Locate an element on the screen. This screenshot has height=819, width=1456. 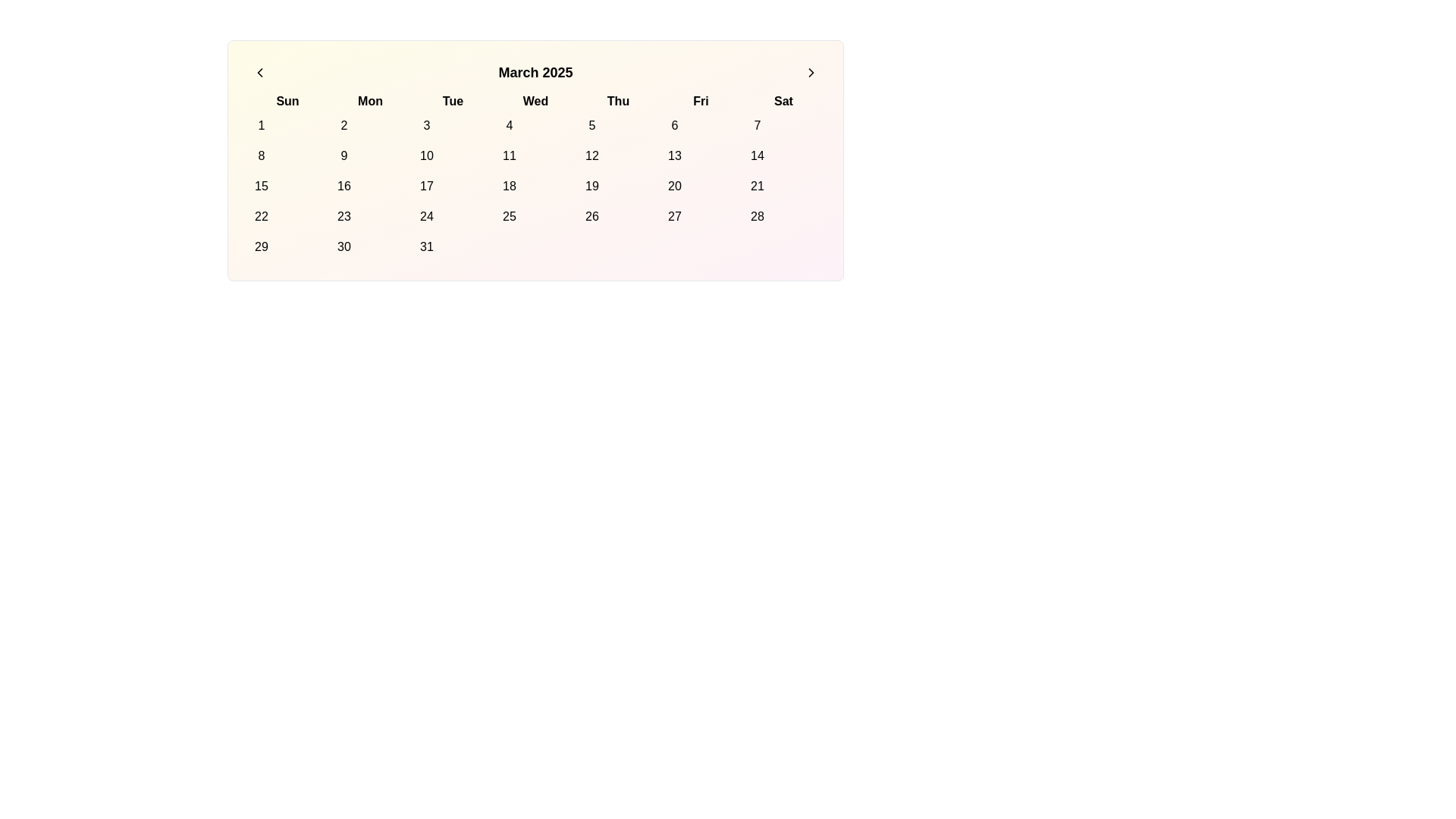
the text label displaying 'Sun', which is bold and positioned as the first day abbreviation of the week in the calendar grid is located at coordinates (287, 102).